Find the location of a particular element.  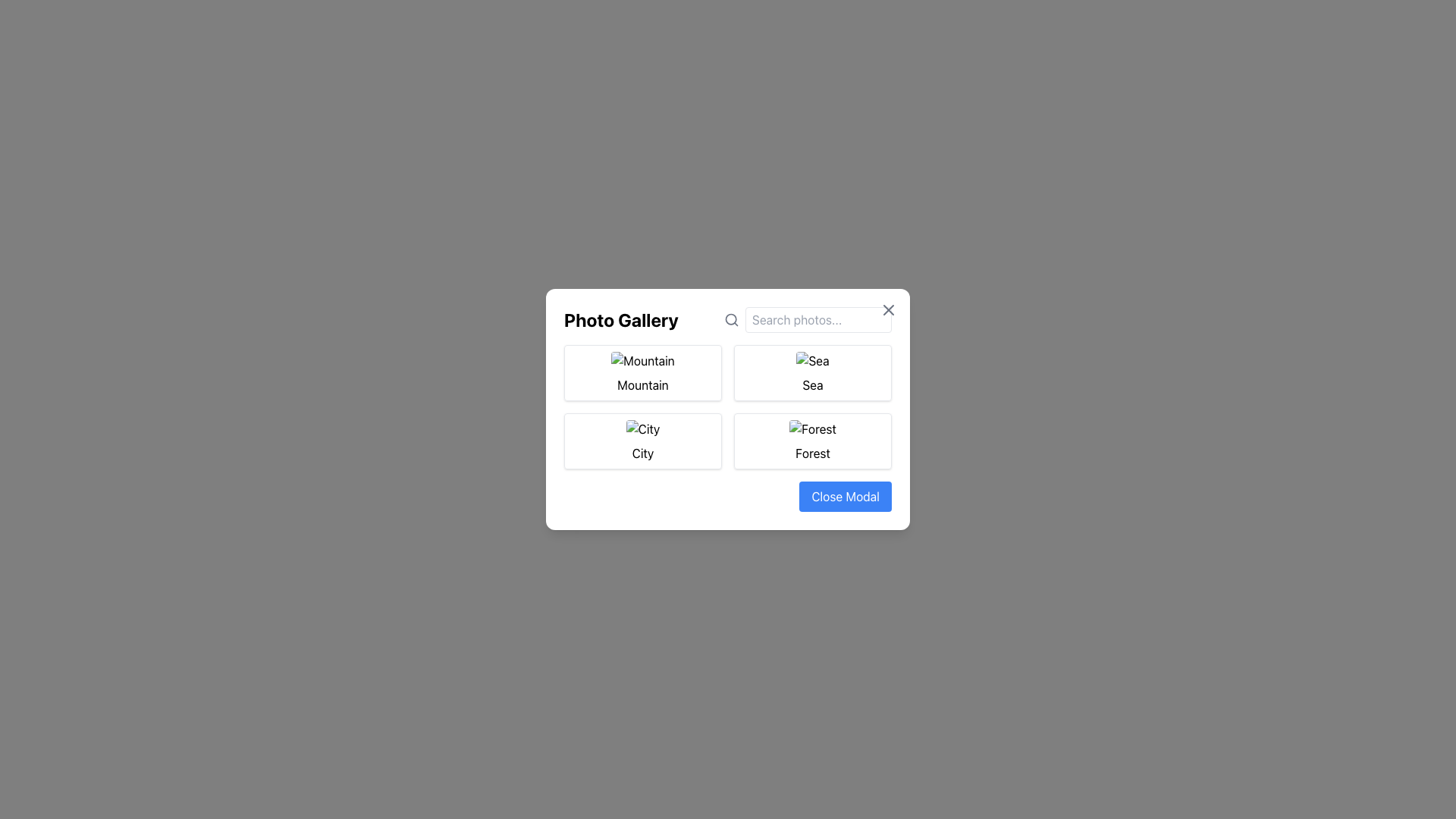

the blue rounded rectangular button labeled 'Close Modal' to change its background color is located at coordinates (845, 497).